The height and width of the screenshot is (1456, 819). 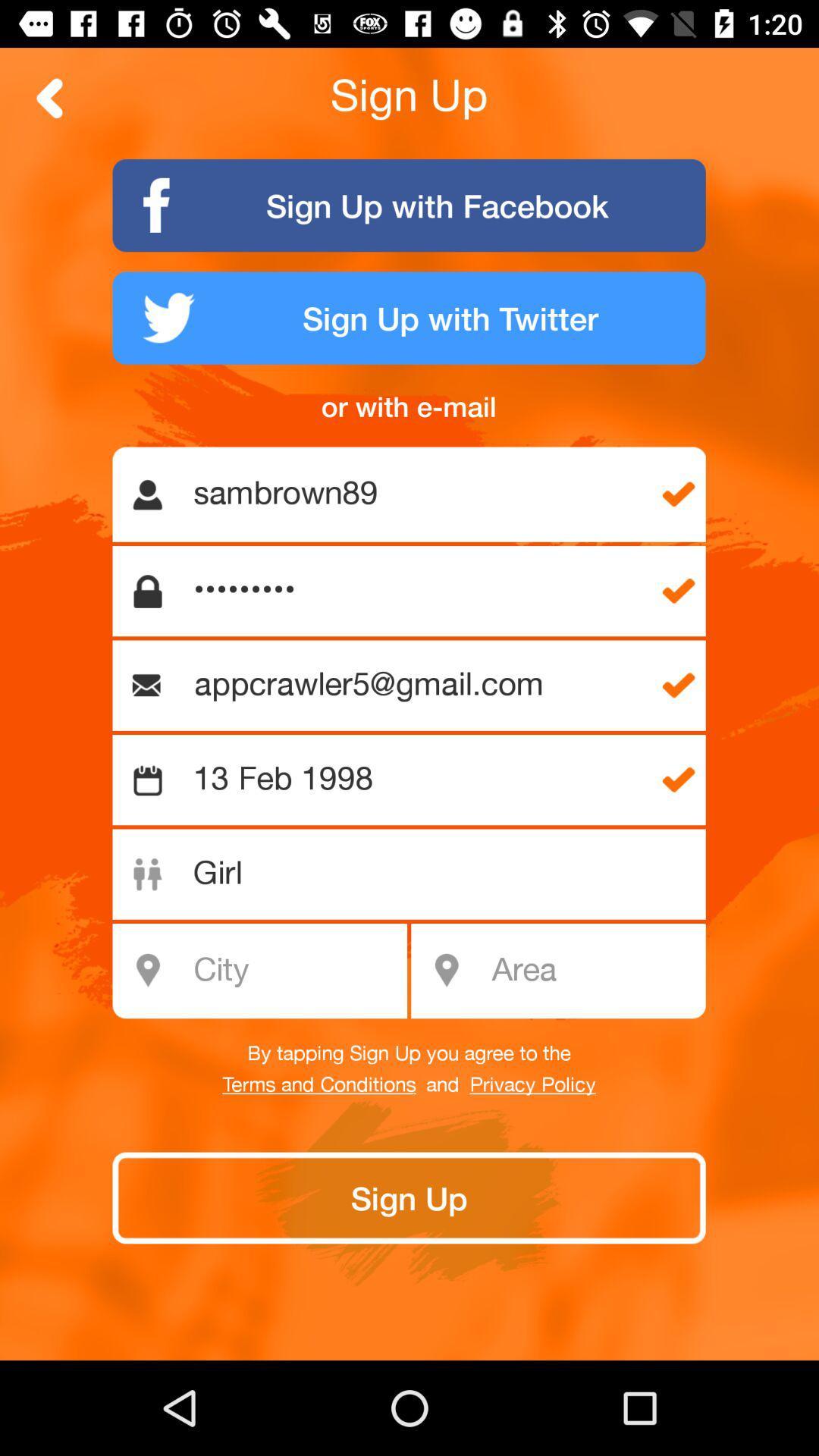 What do you see at coordinates (593, 971) in the screenshot?
I see `the item above by tapping sign` at bounding box center [593, 971].